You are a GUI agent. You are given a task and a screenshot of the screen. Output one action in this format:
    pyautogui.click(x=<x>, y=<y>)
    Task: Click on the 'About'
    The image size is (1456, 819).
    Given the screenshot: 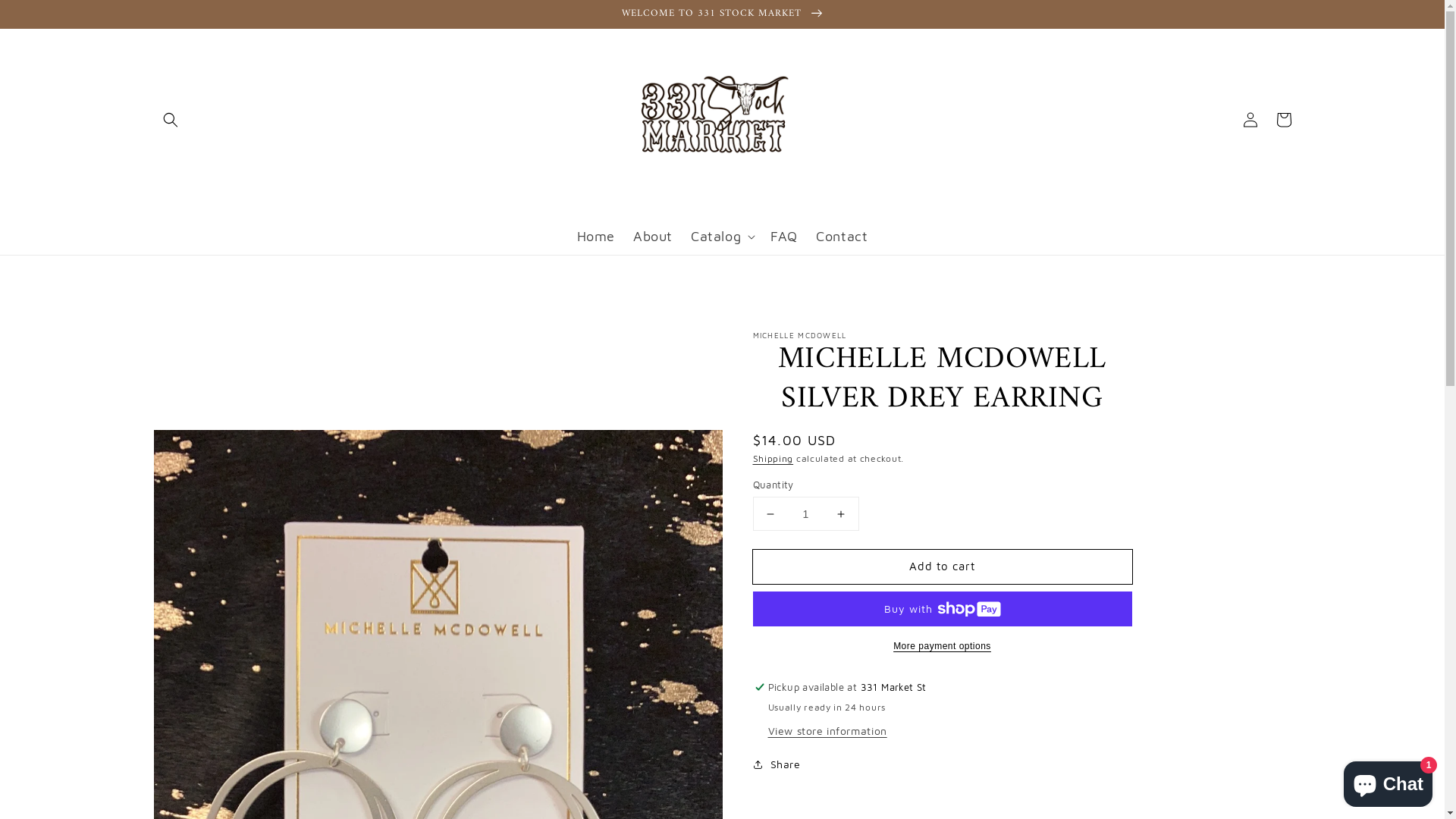 What is the action you would take?
    pyautogui.click(x=652, y=236)
    